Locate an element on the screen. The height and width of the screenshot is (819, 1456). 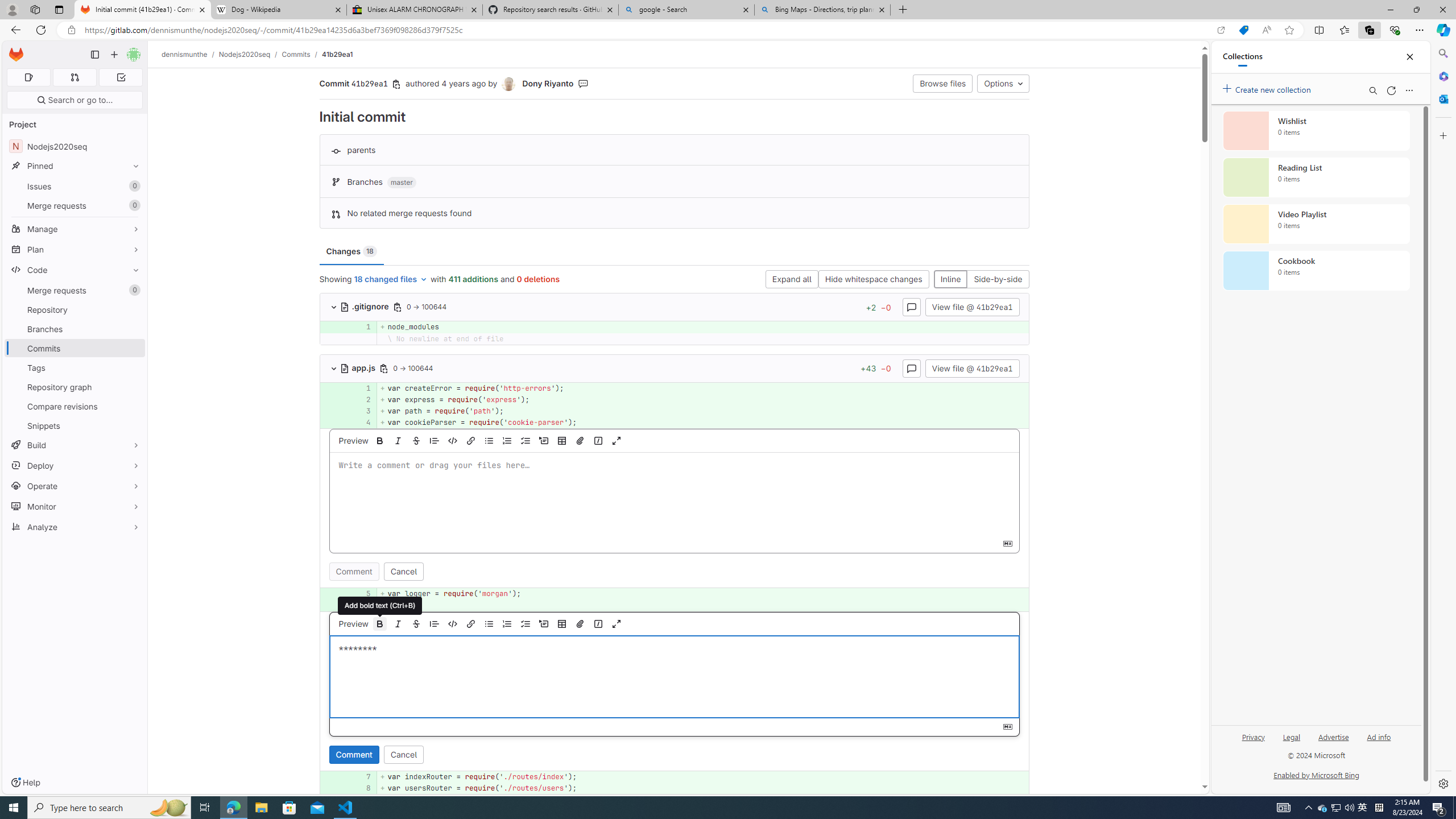
'app.js ' is located at coordinates (359, 367).